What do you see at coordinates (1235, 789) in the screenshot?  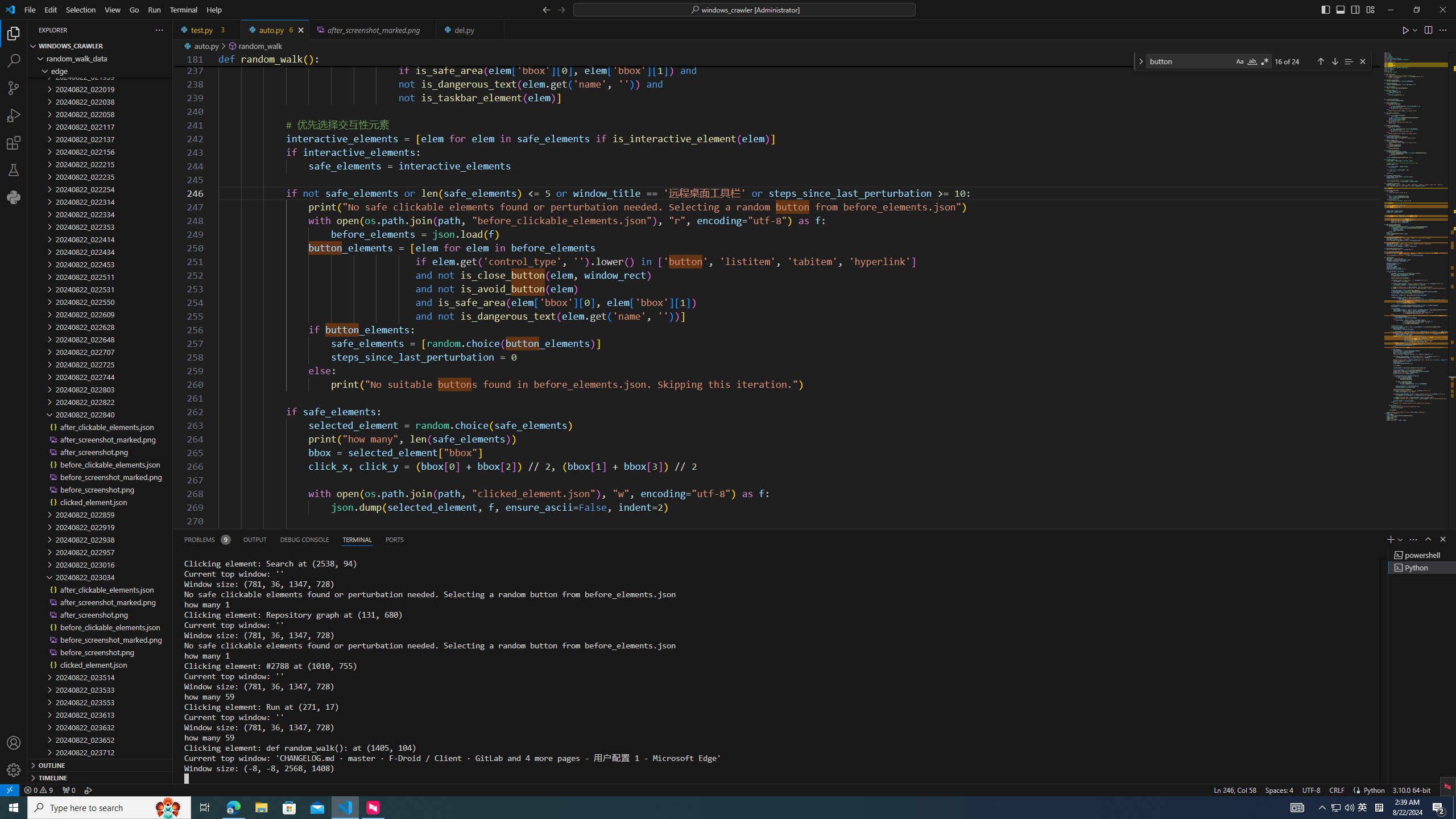 I see `'Ln 246, Col 58'` at bounding box center [1235, 789].